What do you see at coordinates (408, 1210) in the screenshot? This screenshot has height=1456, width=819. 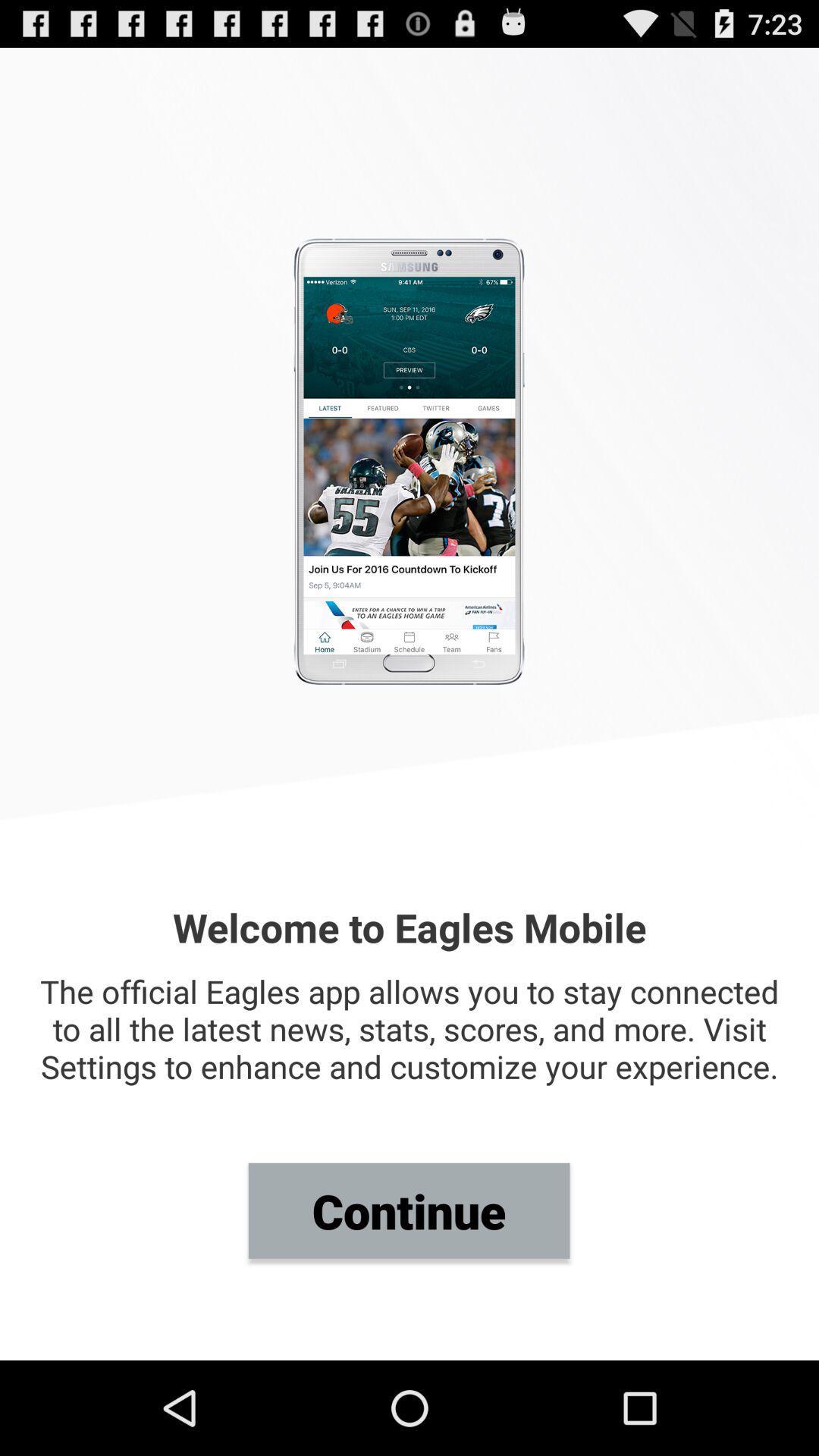 I see `item below the official eagles item` at bounding box center [408, 1210].